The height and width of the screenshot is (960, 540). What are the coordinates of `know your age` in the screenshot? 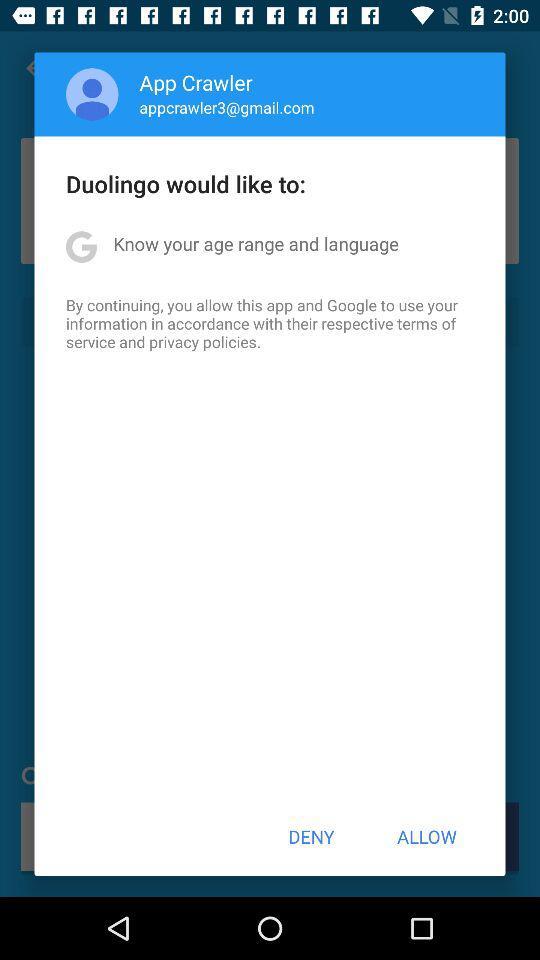 It's located at (256, 242).